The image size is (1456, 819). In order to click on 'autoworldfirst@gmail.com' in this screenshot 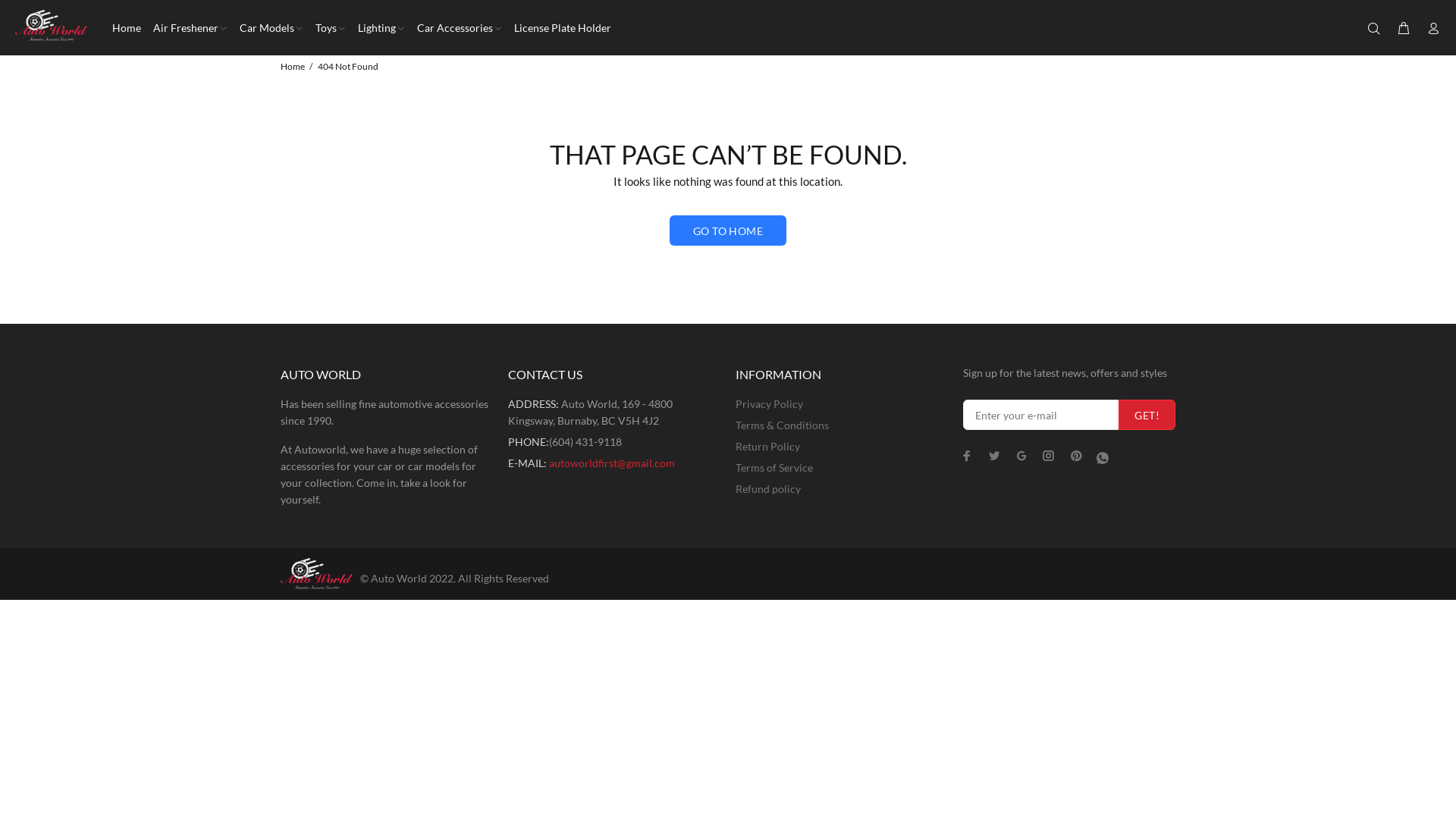, I will do `click(548, 462)`.